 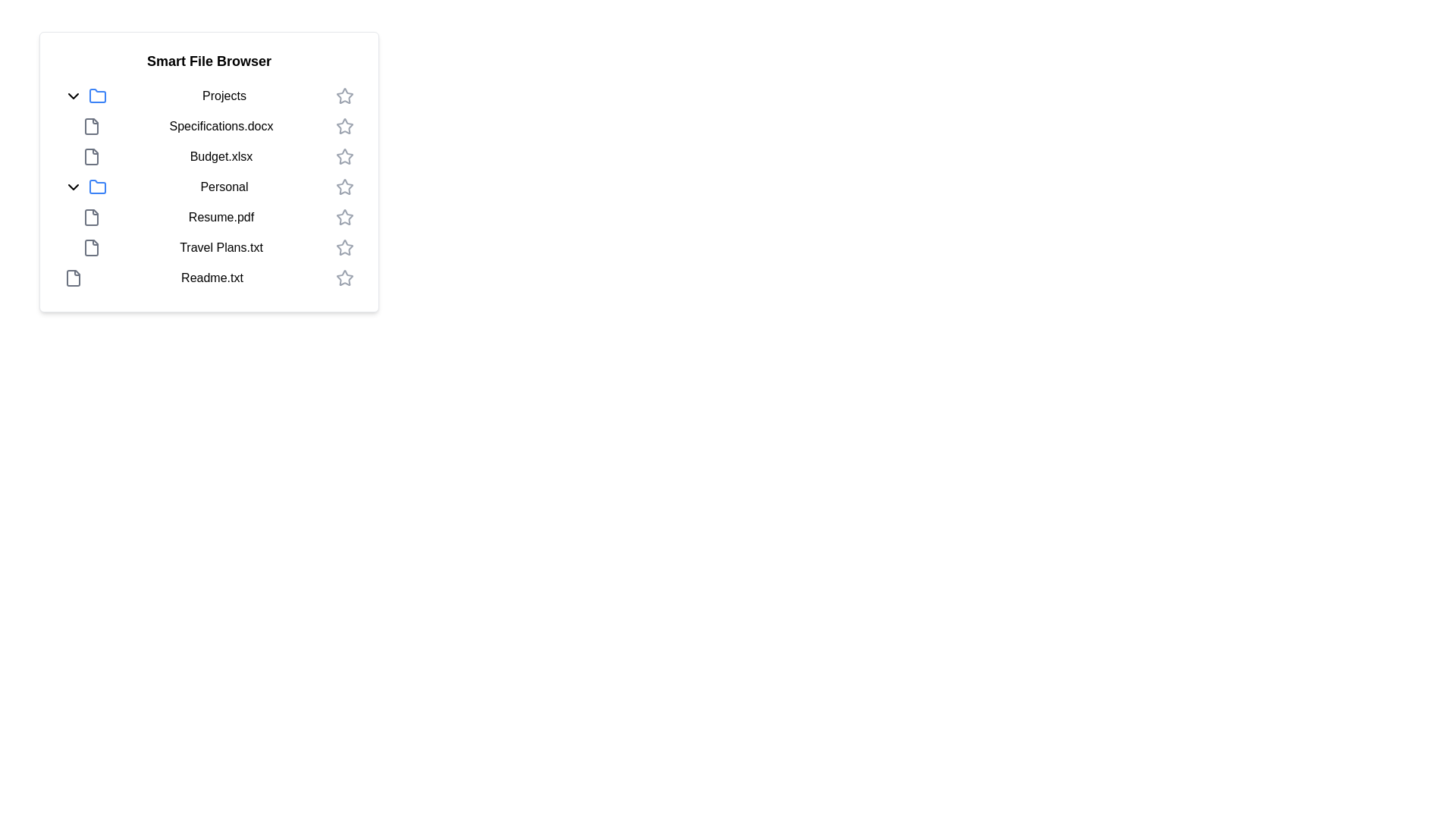 I want to click on the 'Personal' text label in the file browser, so click(x=224, y=186).